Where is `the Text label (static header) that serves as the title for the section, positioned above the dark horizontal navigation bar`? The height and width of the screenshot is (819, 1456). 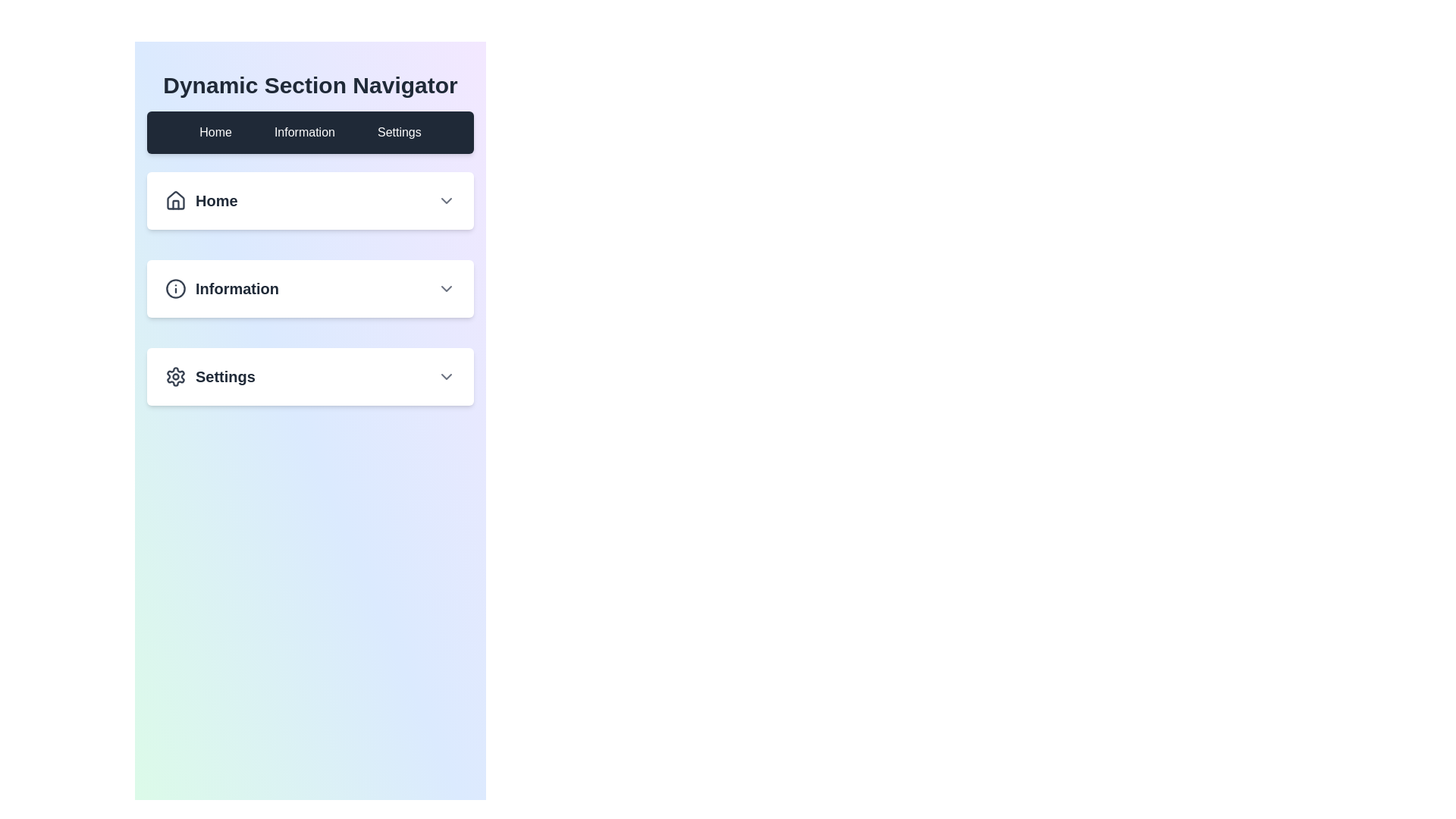
the Text label (static header) that serves as the title for the section, positioned above the dark horizontal navigation bar is located at coordinates (309, 85).